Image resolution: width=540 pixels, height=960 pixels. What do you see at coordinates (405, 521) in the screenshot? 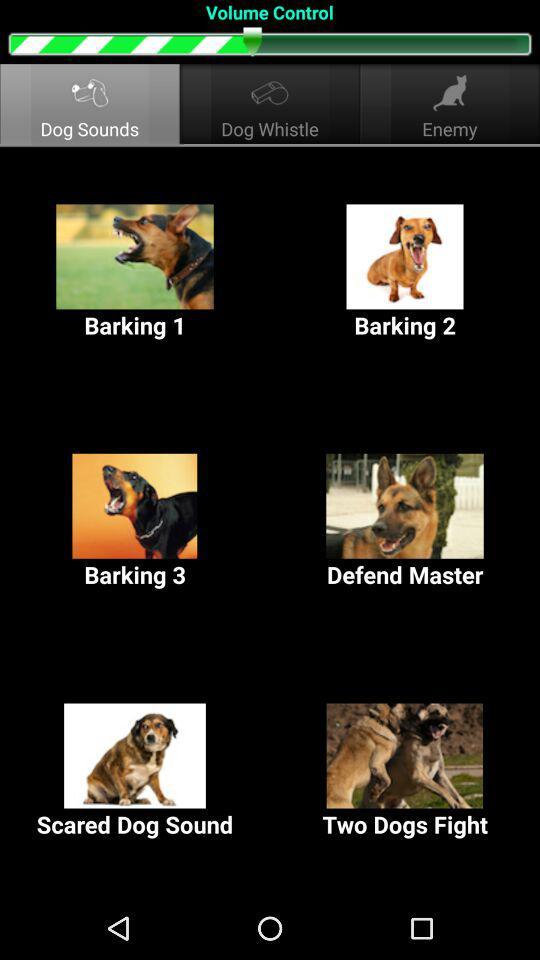
I see `icon above scared dog sound icon` at bounding box center [405, 521].